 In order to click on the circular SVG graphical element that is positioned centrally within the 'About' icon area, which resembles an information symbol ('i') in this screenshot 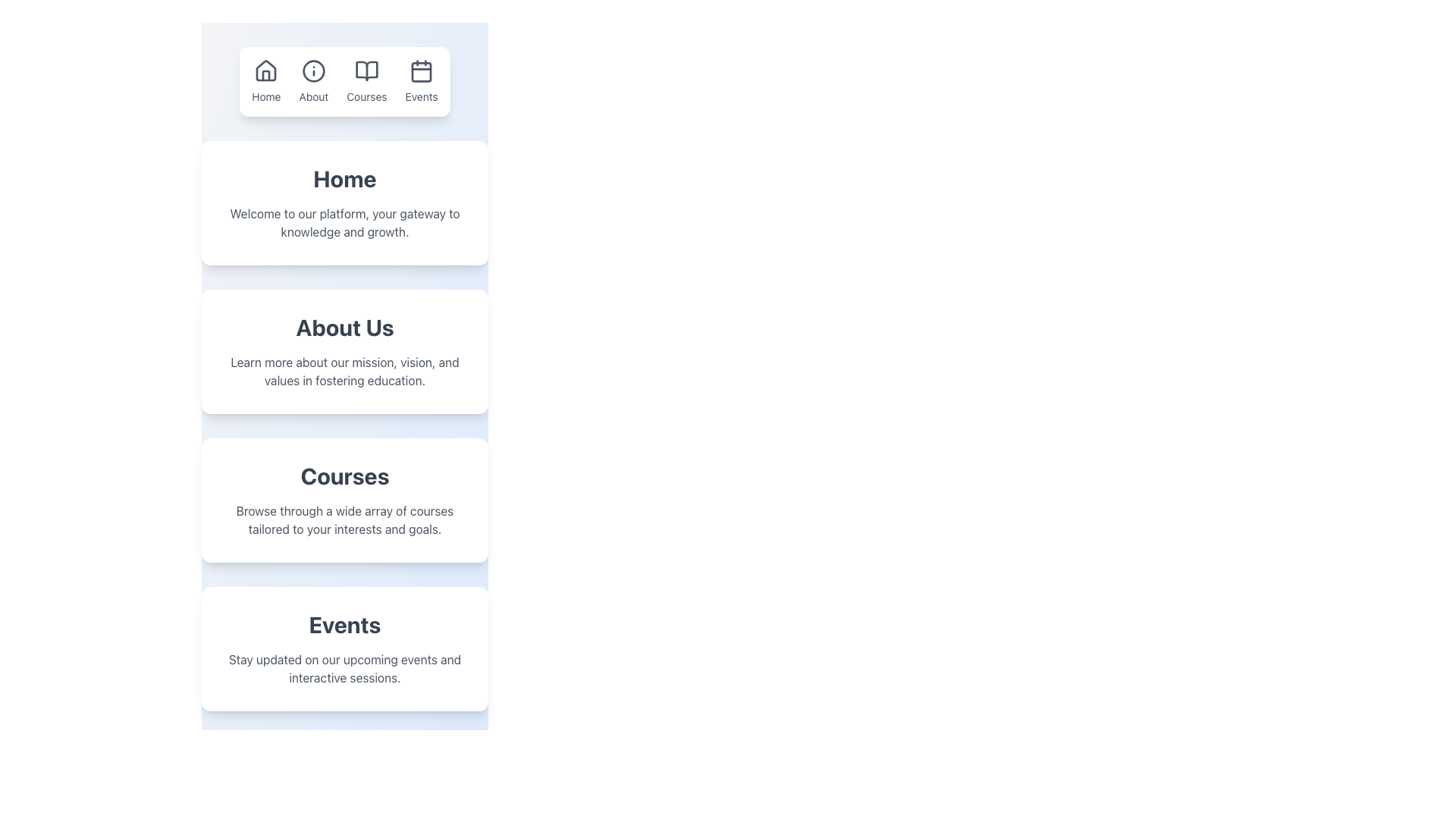, I will do `click(312, 71)`.